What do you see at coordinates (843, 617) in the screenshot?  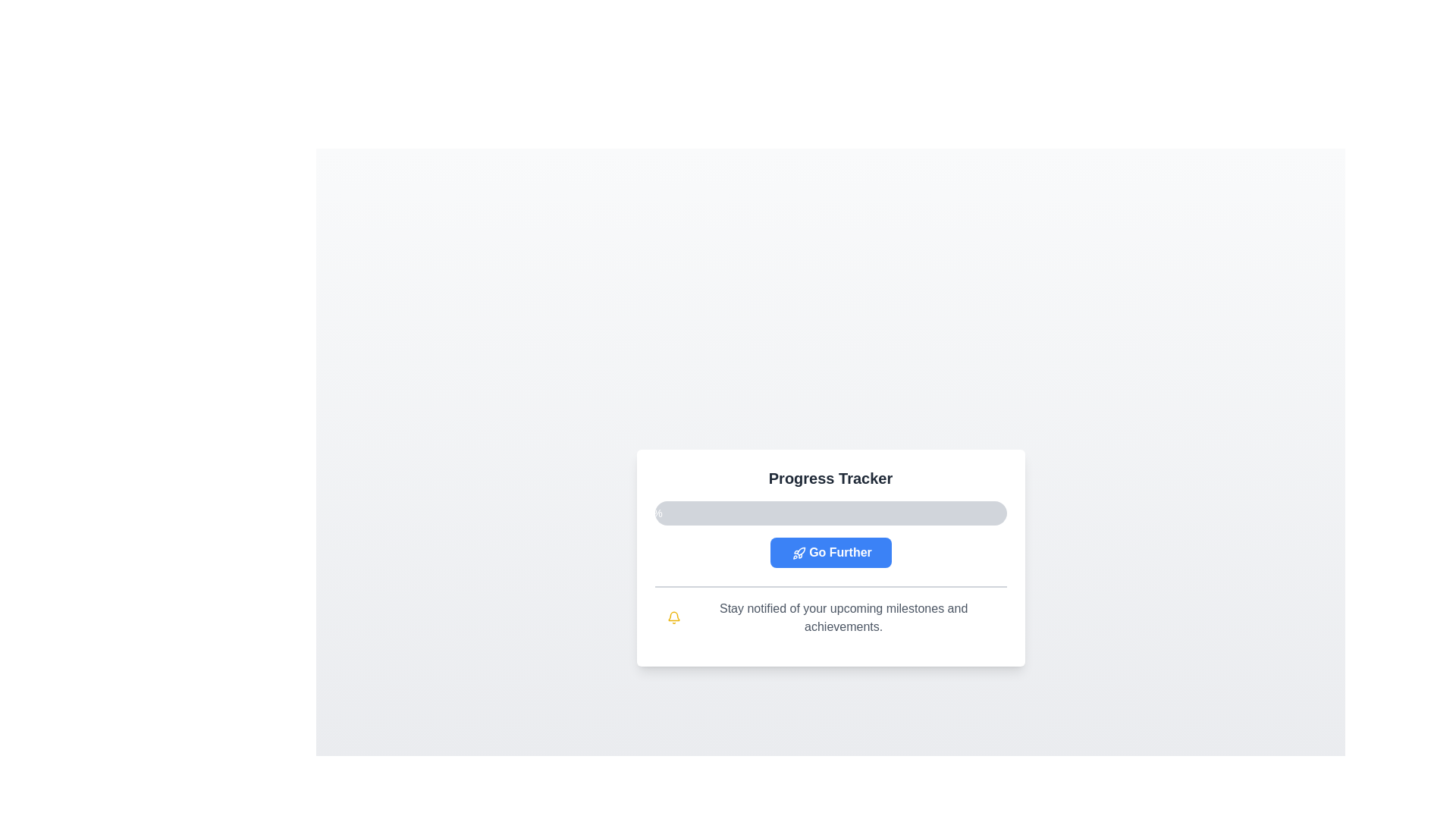 I see `the text label displaying the message, 'Stay notified of your upcoming milestones and achievements,' which is aligned left in gray font next to a yellow bell icon` at bounding box center [843, 617].